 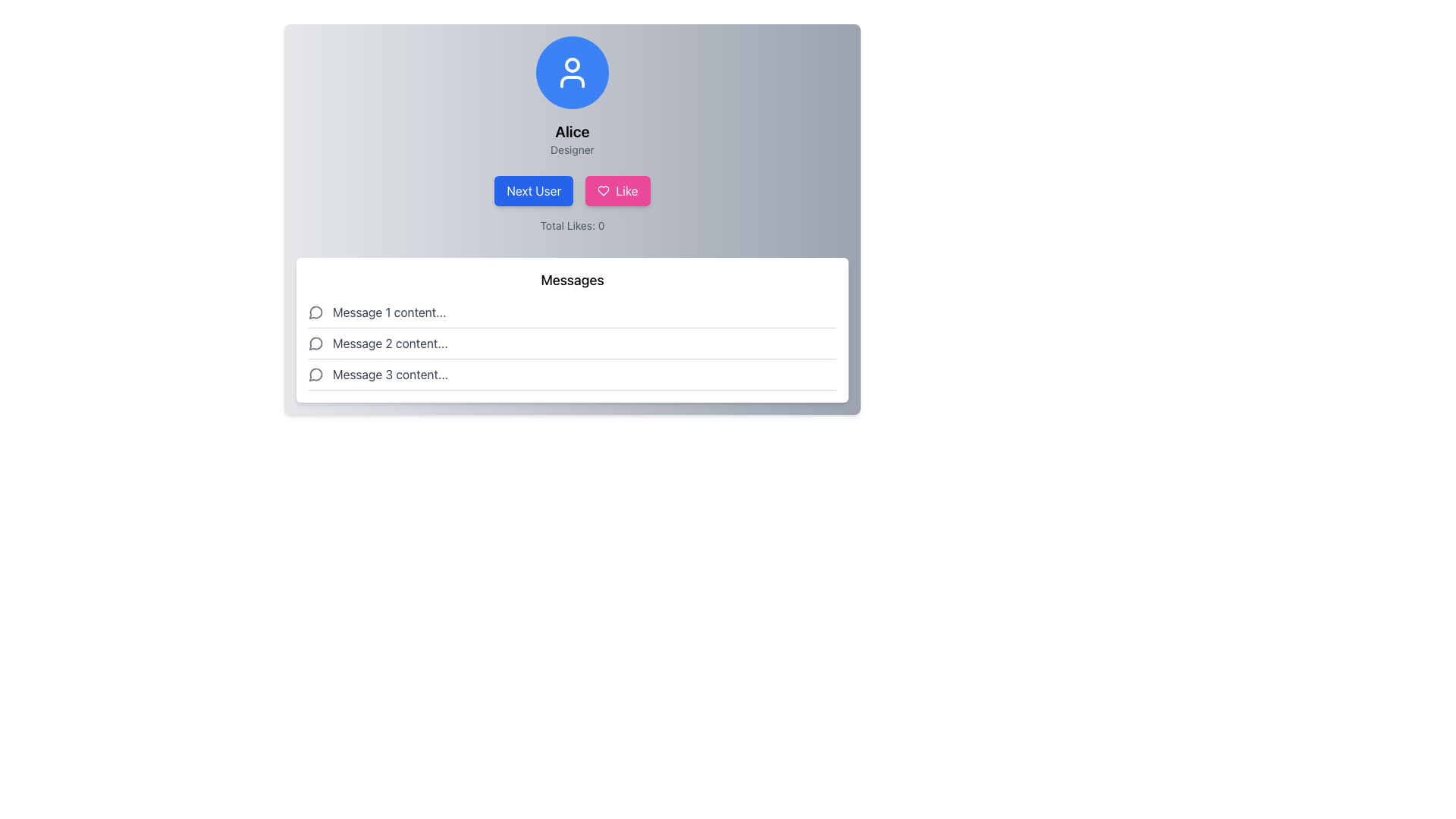 I want to click on the circular visual placeholder icon with a blue background and white user icon, located at the top center of the card, above the text 'Alice' and 'Designer', so click(x=571, y=73).